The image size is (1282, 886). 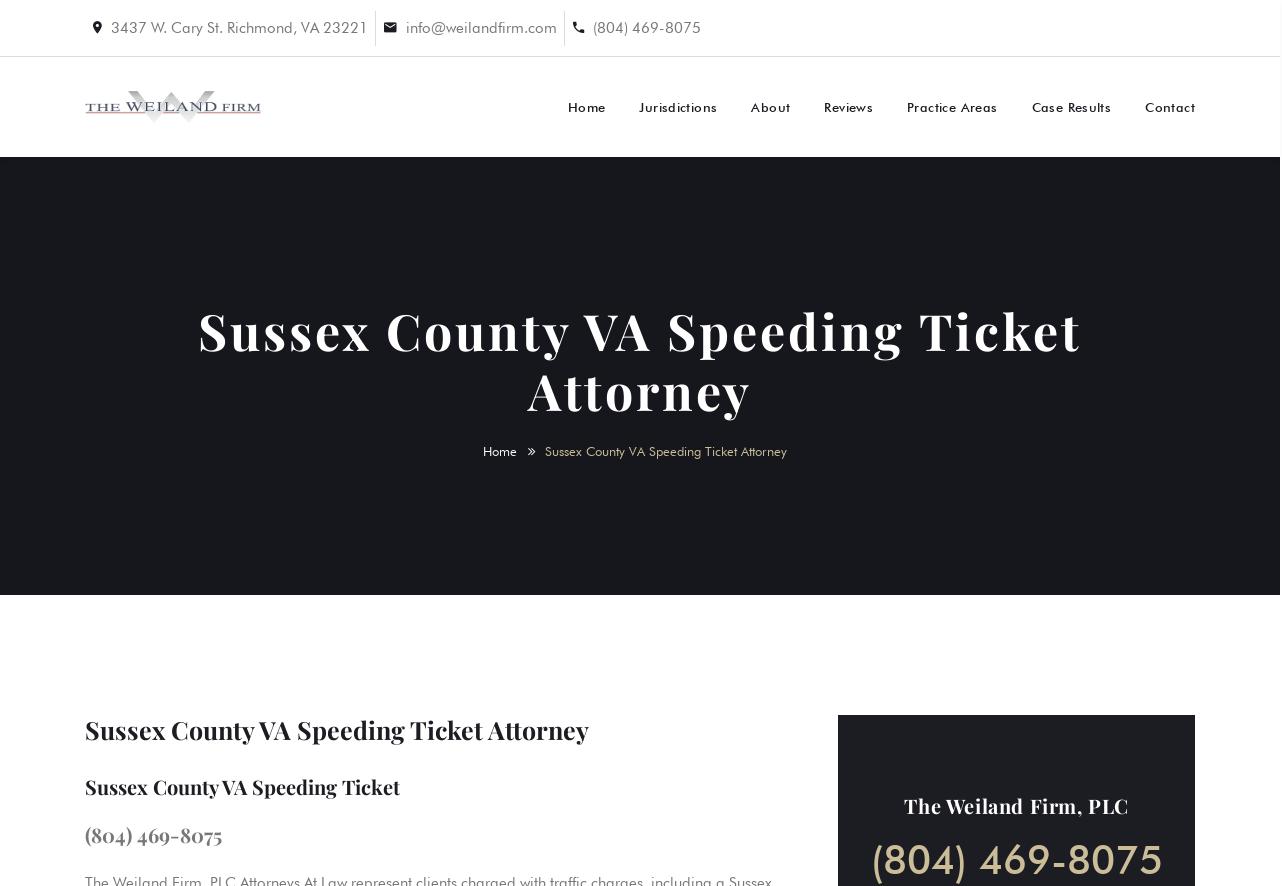 I want to click on 'John M. Weiland', so click(x=1039, y=254).